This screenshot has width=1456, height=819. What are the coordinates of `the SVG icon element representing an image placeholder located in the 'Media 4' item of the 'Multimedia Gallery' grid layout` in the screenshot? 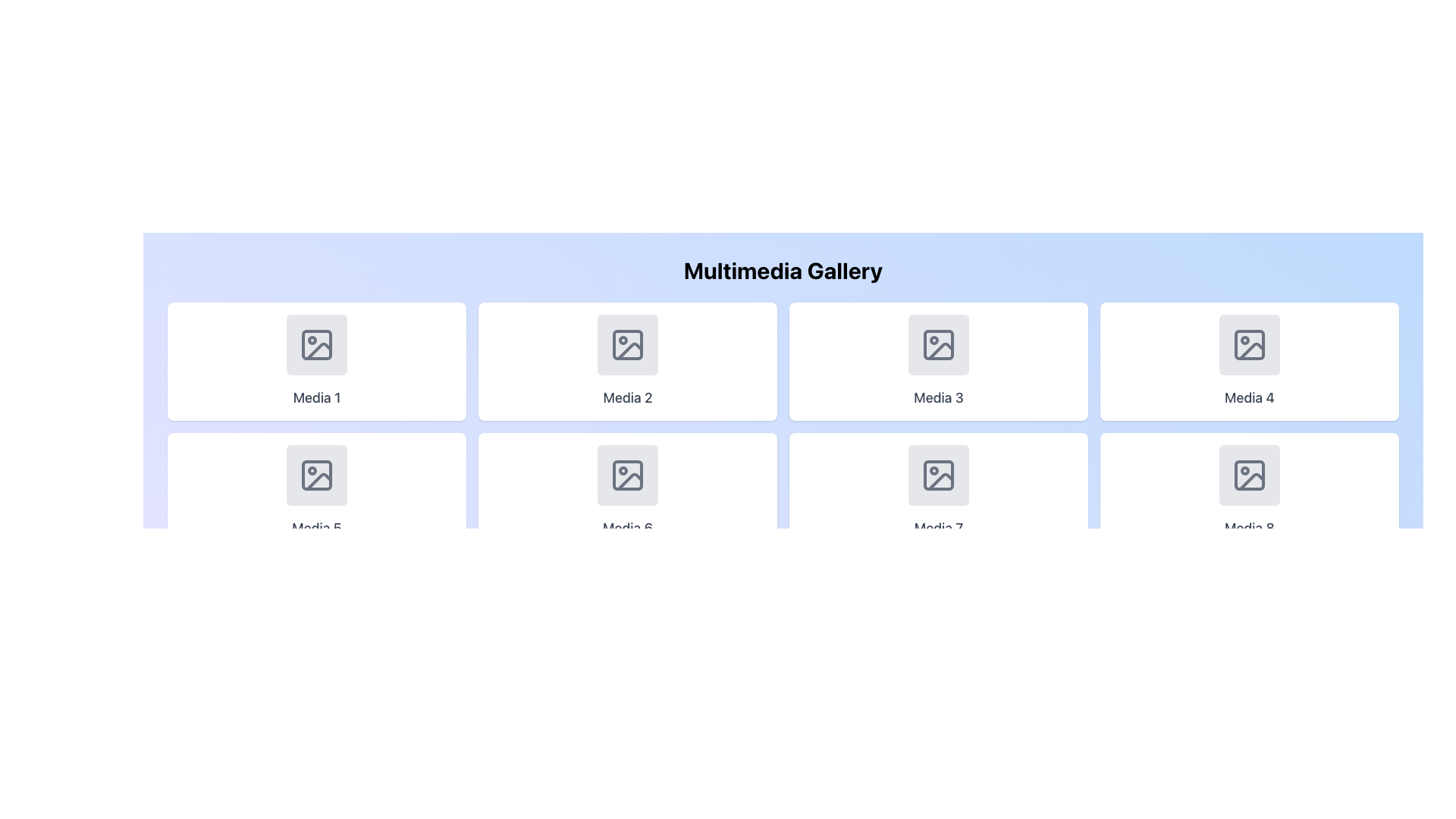 It's located at (1249, 345).